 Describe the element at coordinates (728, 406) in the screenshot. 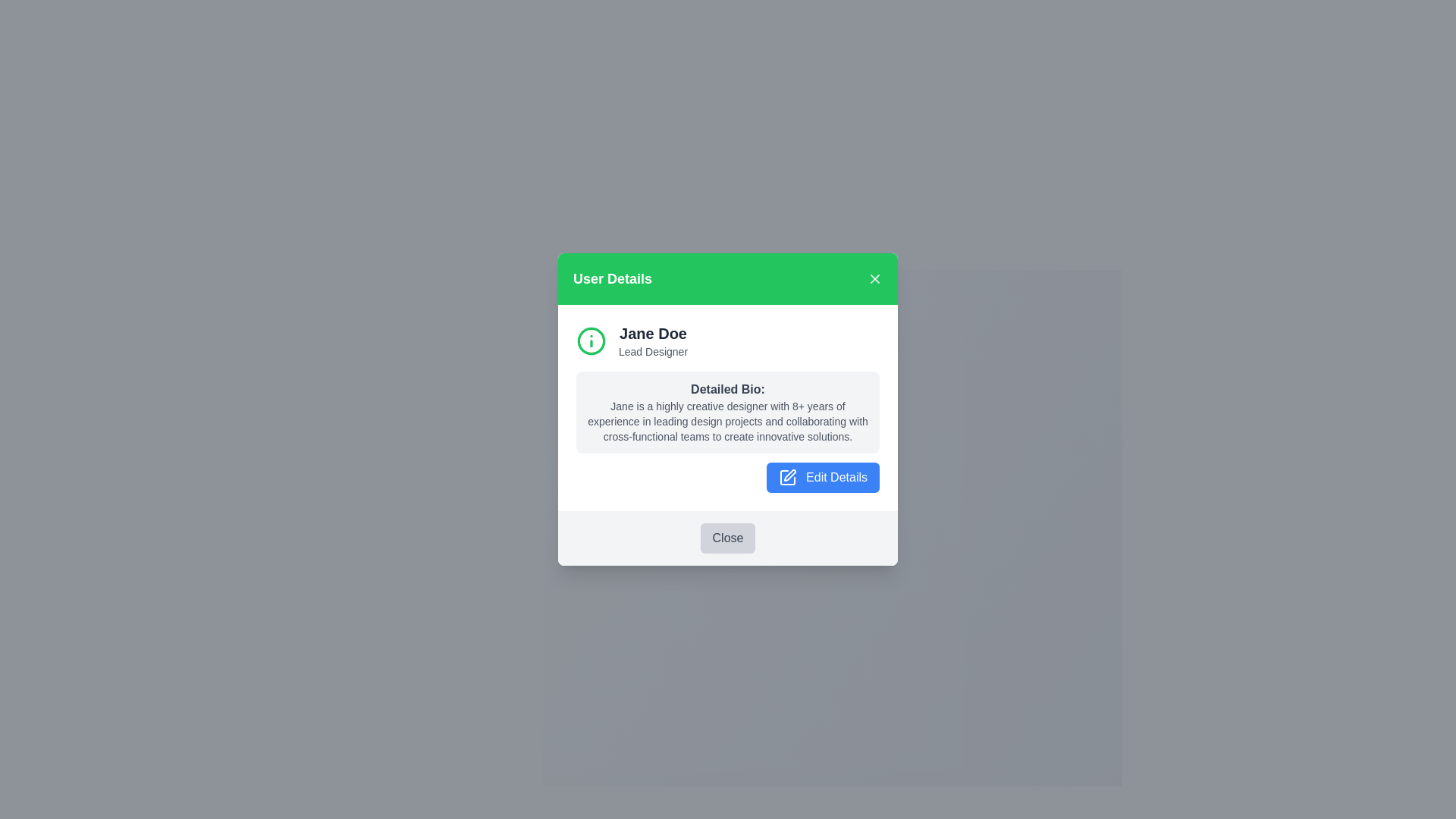

I see `editable text information section centered in the modal dialogue box under the 'User Details' heading` at that location.